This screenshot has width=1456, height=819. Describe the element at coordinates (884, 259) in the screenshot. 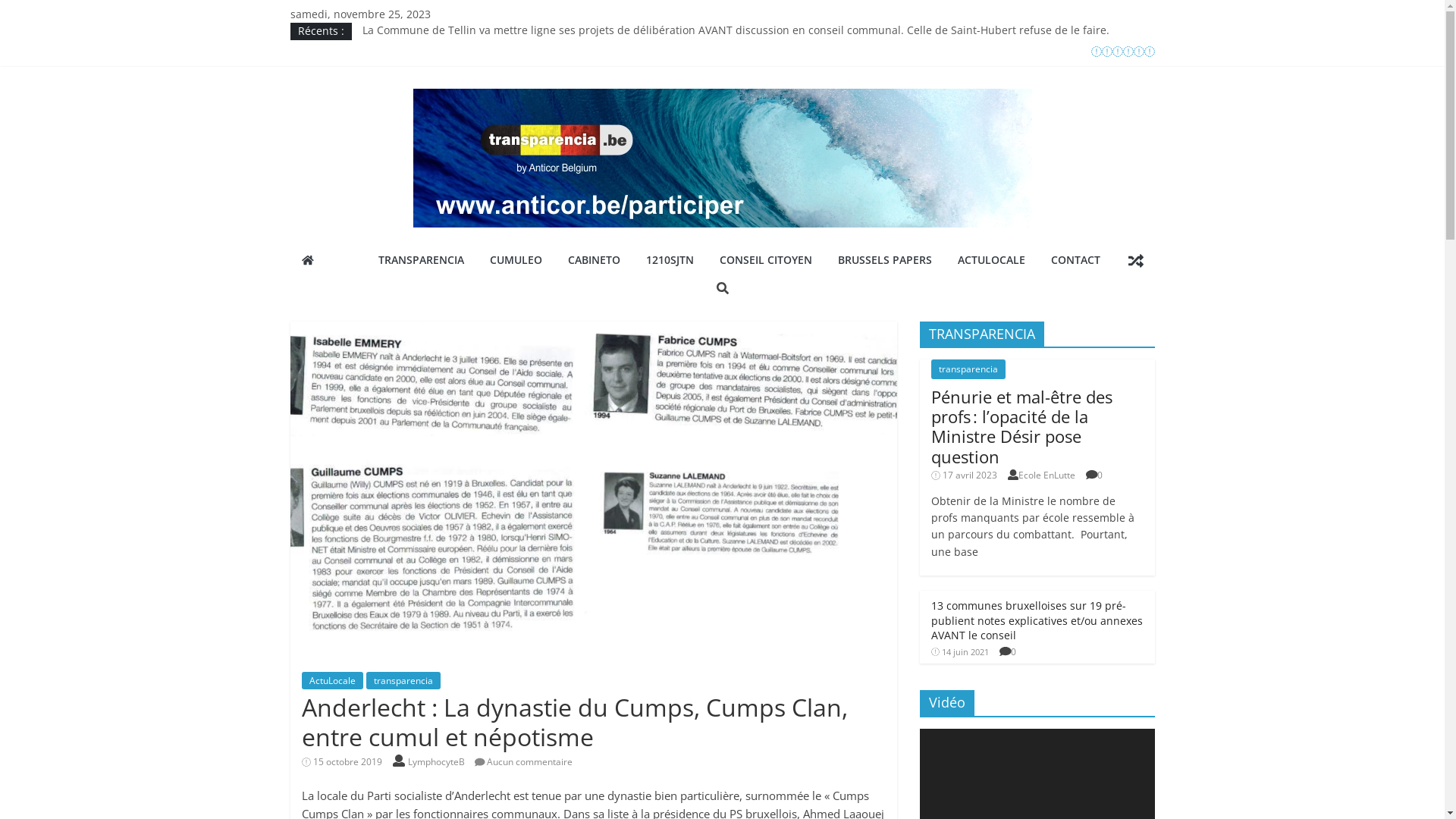

I see `'BRUSSELS PAPERS'` at that location.